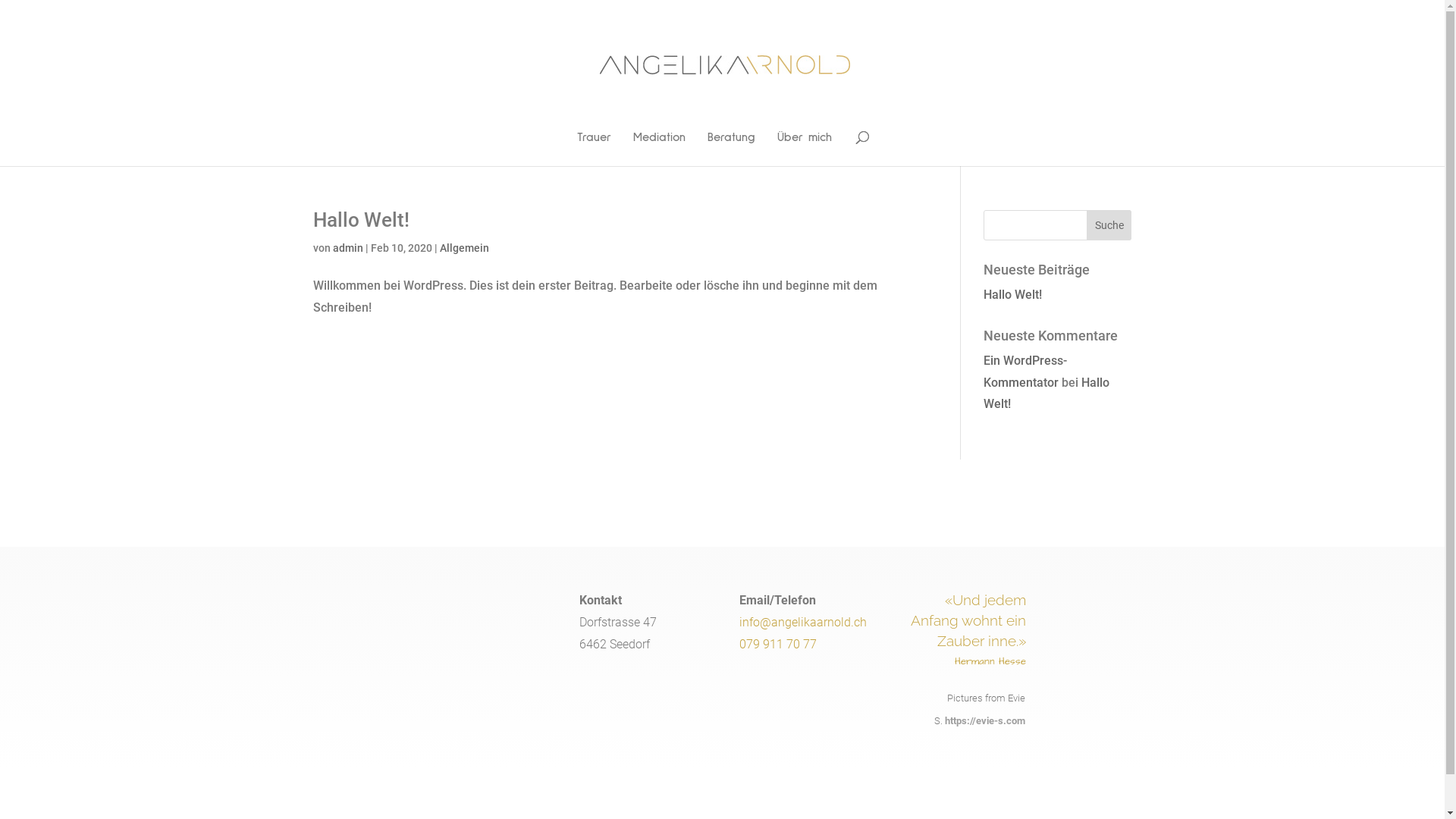  I want to click on 'Trauer', so click(593, 149).